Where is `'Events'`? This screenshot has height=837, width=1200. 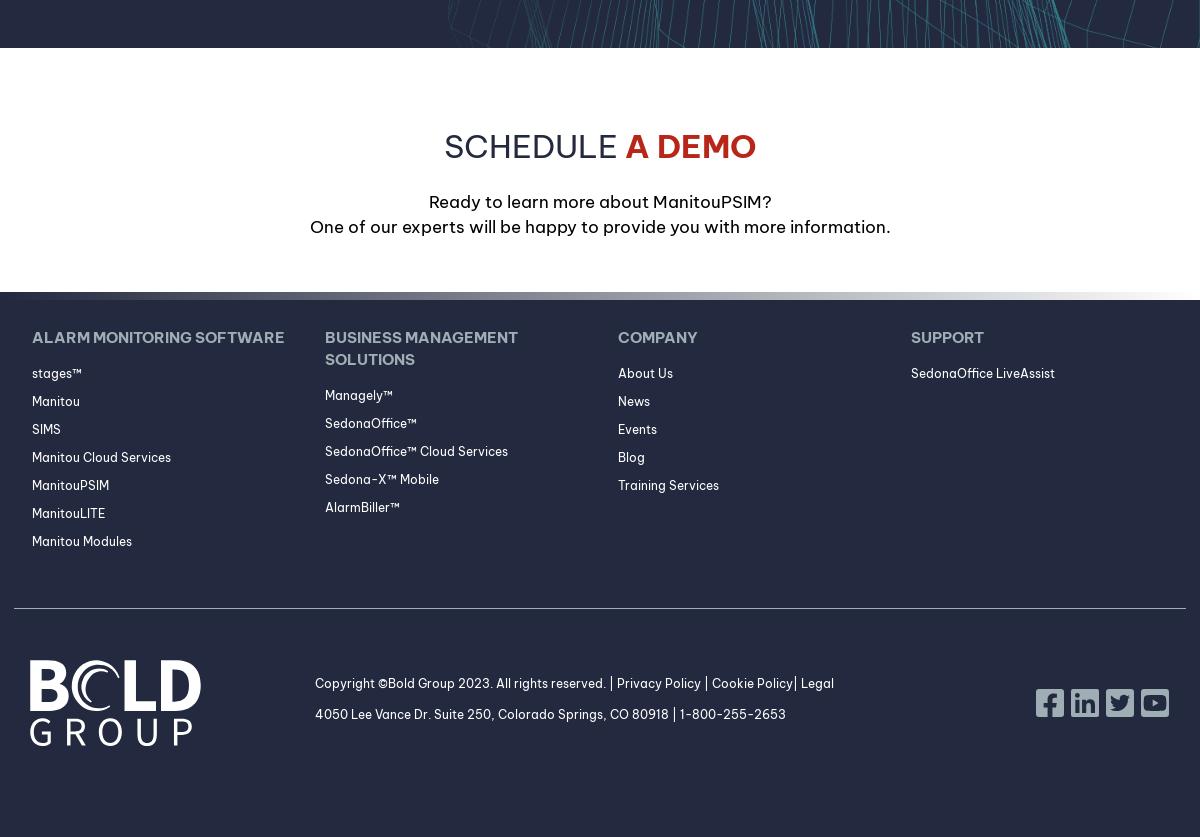 'Events' is located at coordinates (617, 428).